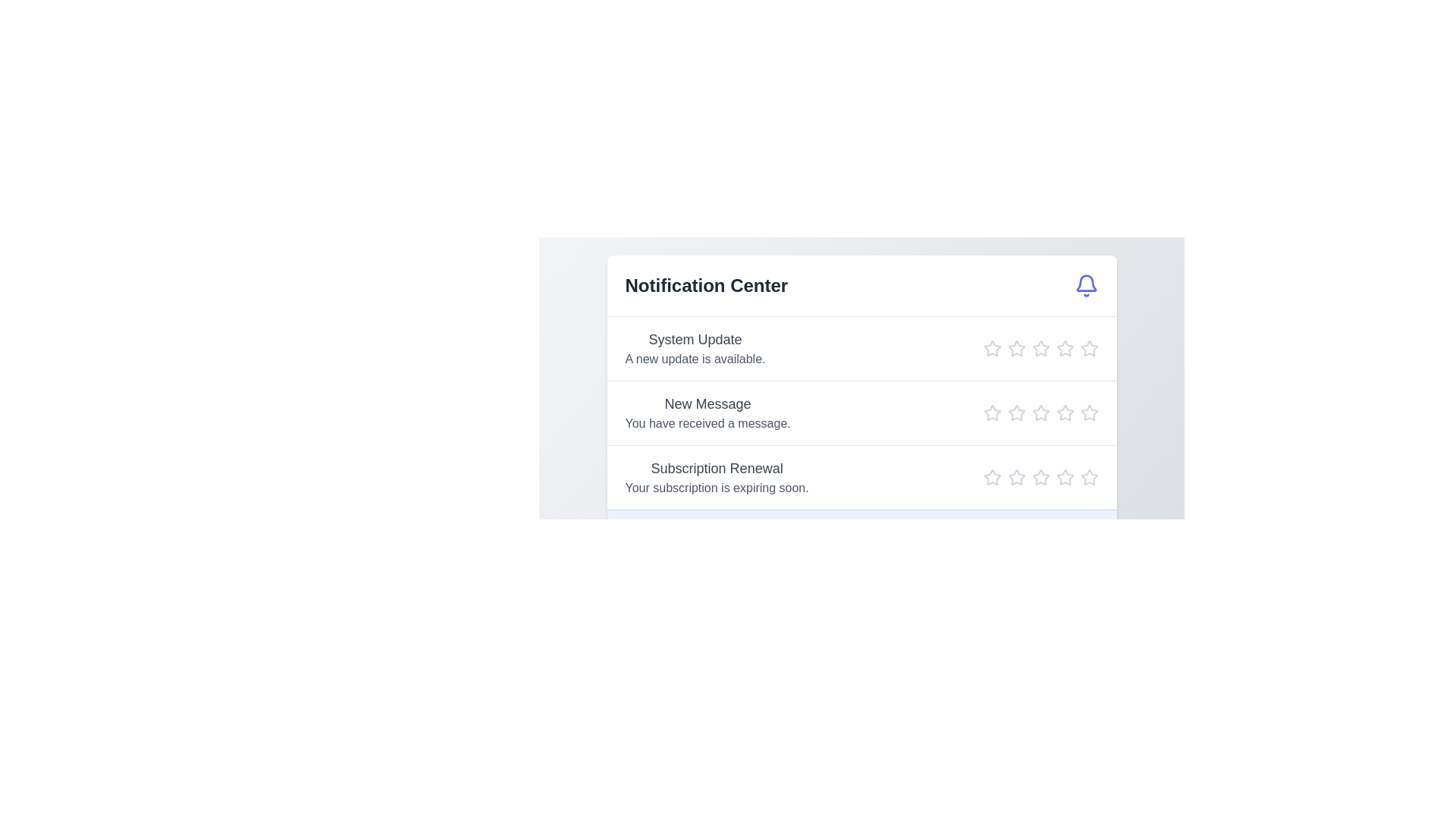 This screenshot has width=1456, height=819. What do you see at coordinates (992, 348) in the screenshot?
I see `the star icon corresponding to 1 stars in the Notification Center` at bounding box center [992, 348].